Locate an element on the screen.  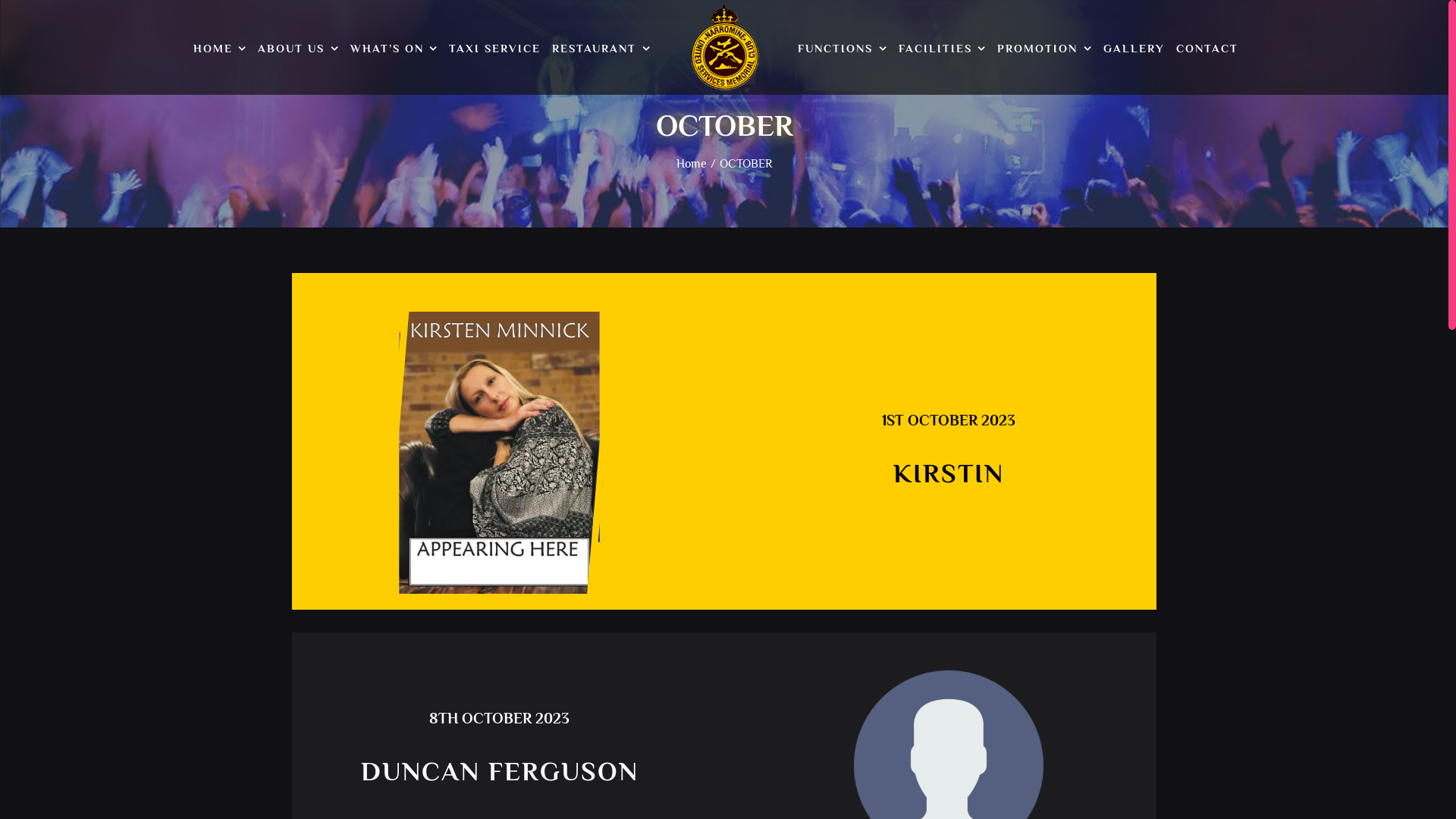
'RESTAURANT' is located at coordinates (600, 49).